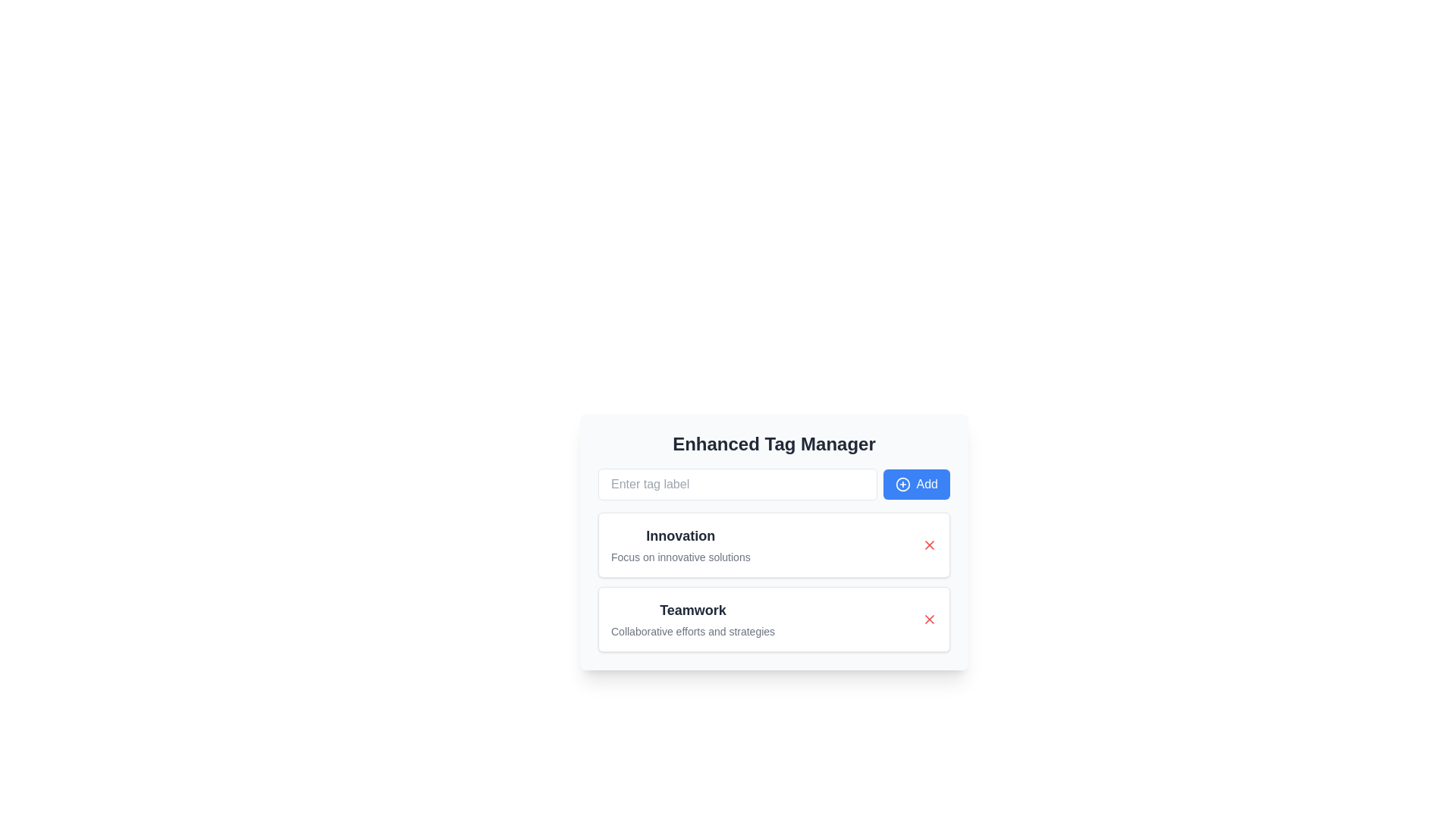  Describe the element at coordinates (902, 485) in the screenshot. I see `the circular blue icon with a plus symbol in the center, located to the left of the 'Add' text label in the blue button at the upper-right corner of the 'Enhanced Tag Manager' box` at that location.